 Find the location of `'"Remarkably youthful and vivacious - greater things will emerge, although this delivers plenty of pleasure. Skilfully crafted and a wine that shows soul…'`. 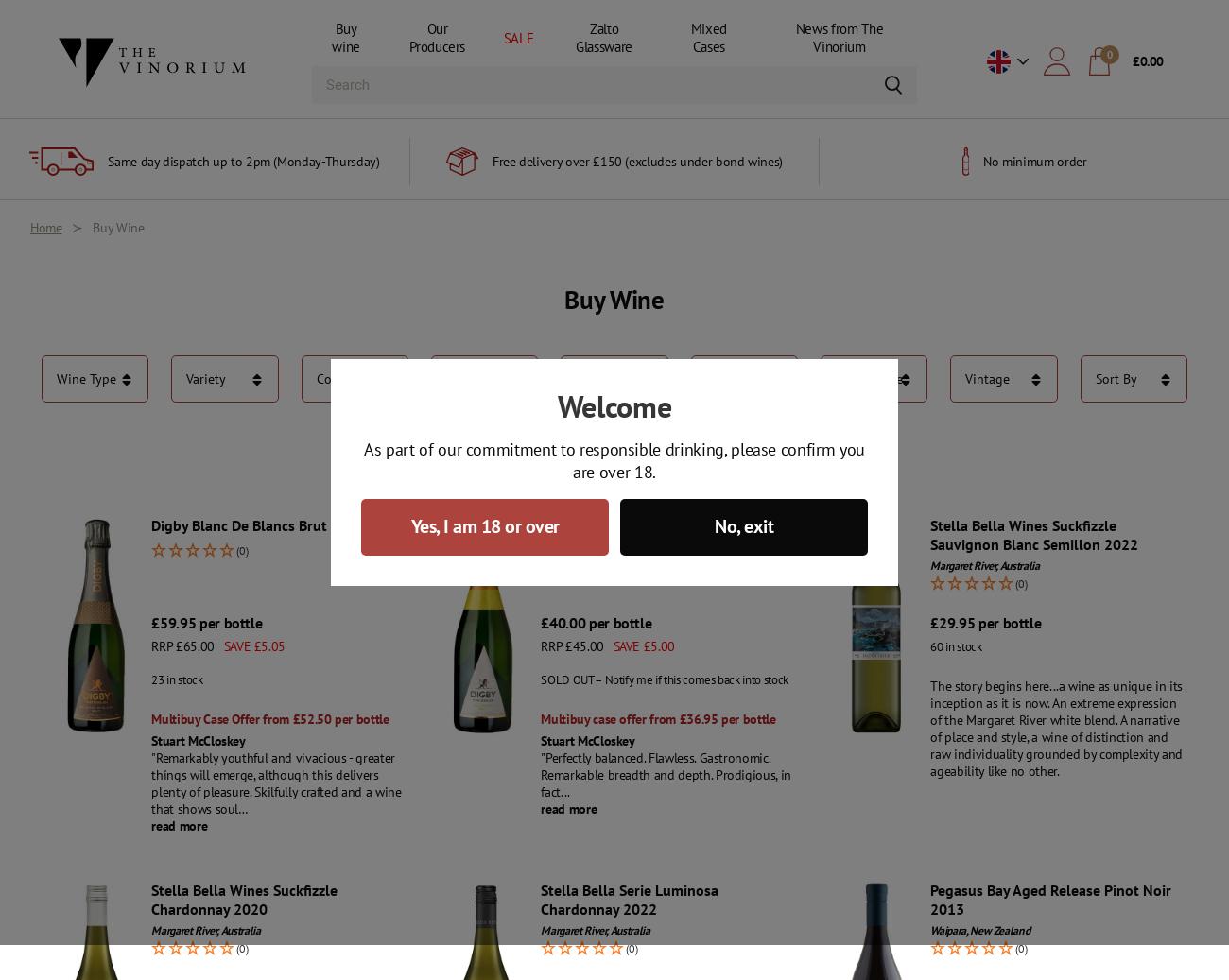

'"Remarkably youthful and vivacious - greater things will emerge, although this delivers plenty of pleasure. Skilfully crafted and a wine that shows soul…' is located at coordinates (275, 782).